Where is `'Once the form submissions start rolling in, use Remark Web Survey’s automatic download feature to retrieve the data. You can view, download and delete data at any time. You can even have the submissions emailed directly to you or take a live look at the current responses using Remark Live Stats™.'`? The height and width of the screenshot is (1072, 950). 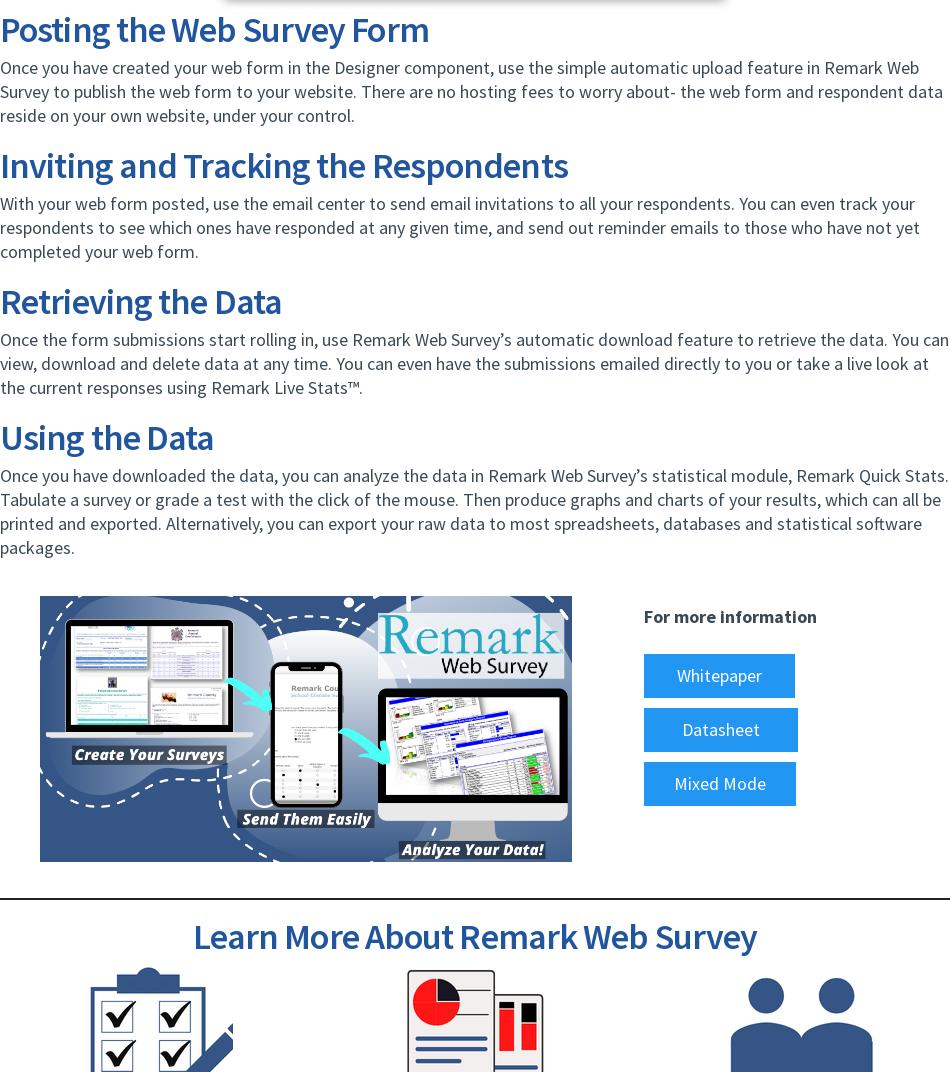
'Once the form submissions start rolling in, use Remark Web Survey’s automatic download feature to retrieve the data. You can view, download and delete data at any time. You can even have the submissions emailed directly to you or take a live look at the current responses using Remark Live Stats™.' is located at coordinates (473, 363).